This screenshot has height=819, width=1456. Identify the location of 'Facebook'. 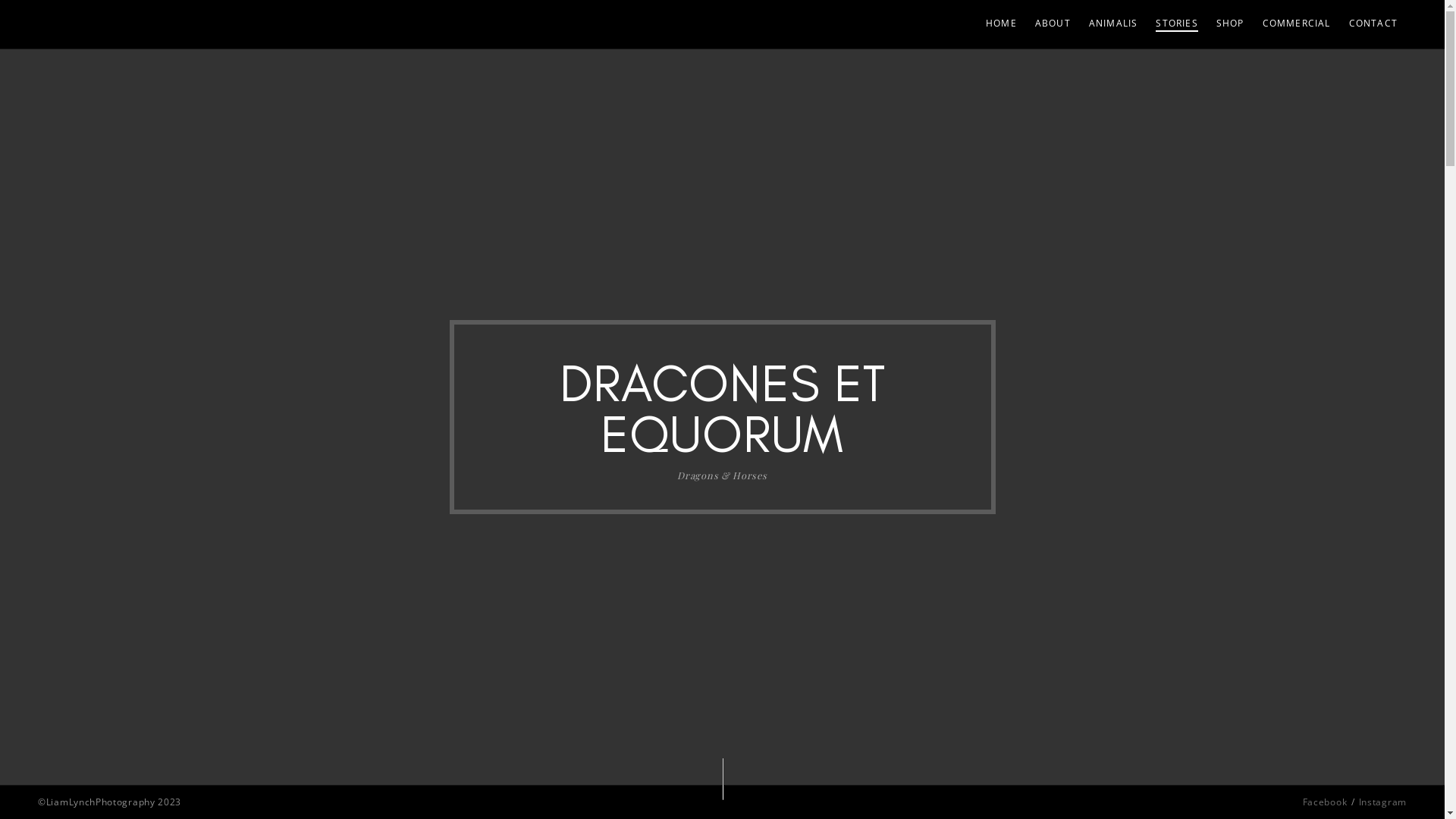
(1324, 800).